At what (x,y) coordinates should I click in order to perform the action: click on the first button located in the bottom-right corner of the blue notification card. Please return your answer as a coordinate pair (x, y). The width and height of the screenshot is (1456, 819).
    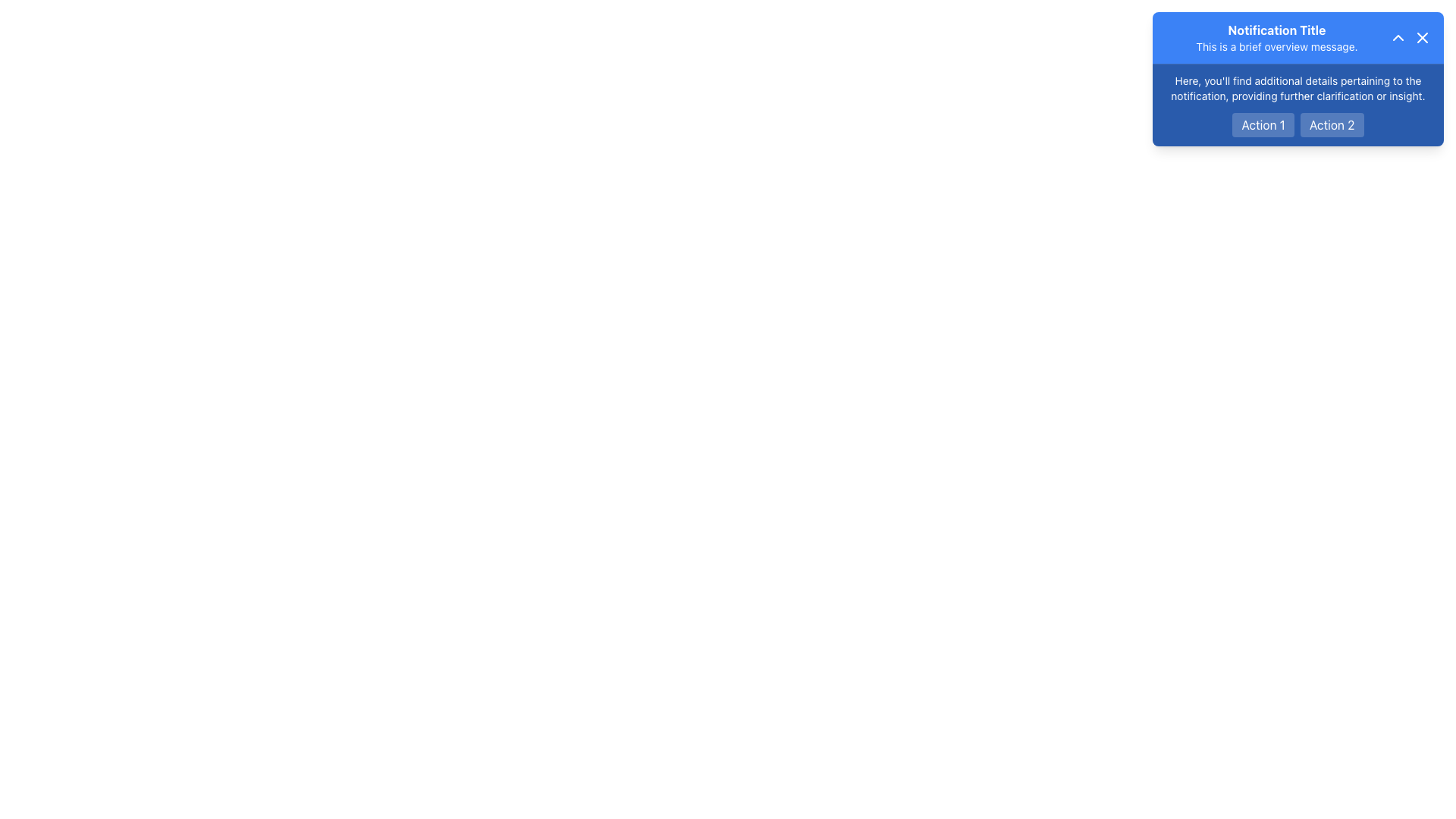
    Looking at the image, I should click on (1263, 124).